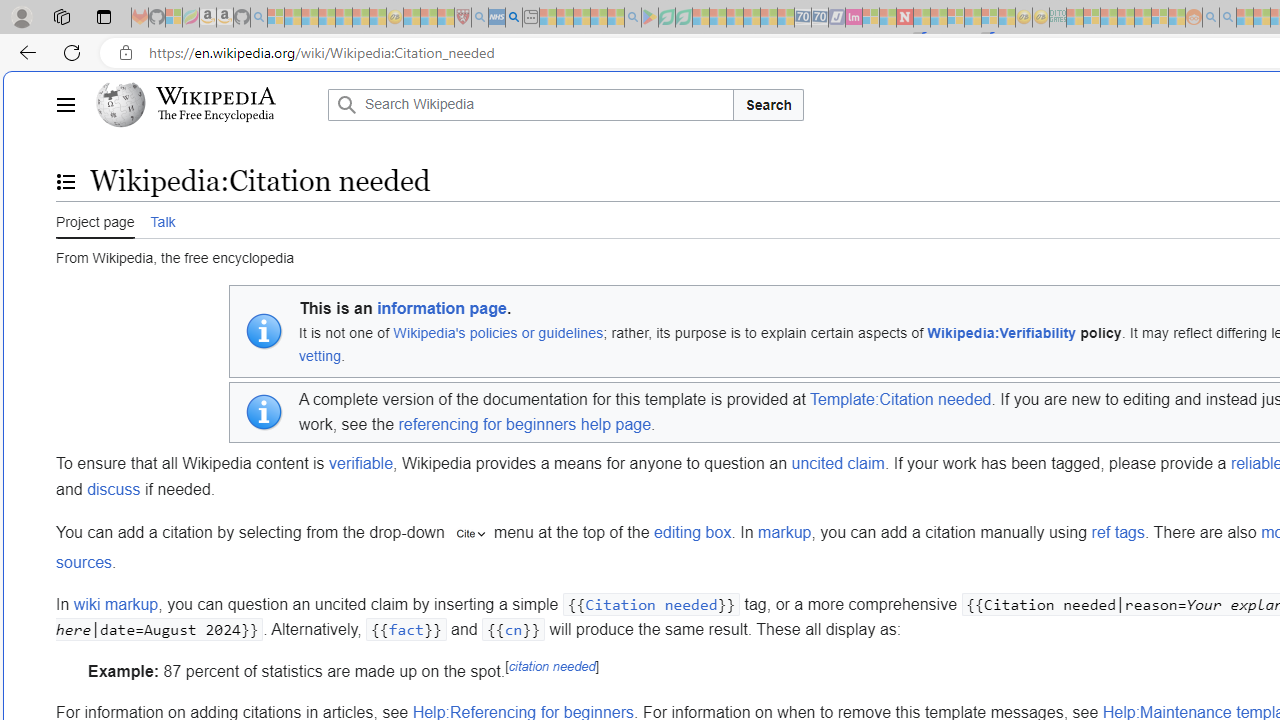 Image resolution: width=1280 pixels, height=720 pixels. I want to click on '"cite"', so click(468, 533).